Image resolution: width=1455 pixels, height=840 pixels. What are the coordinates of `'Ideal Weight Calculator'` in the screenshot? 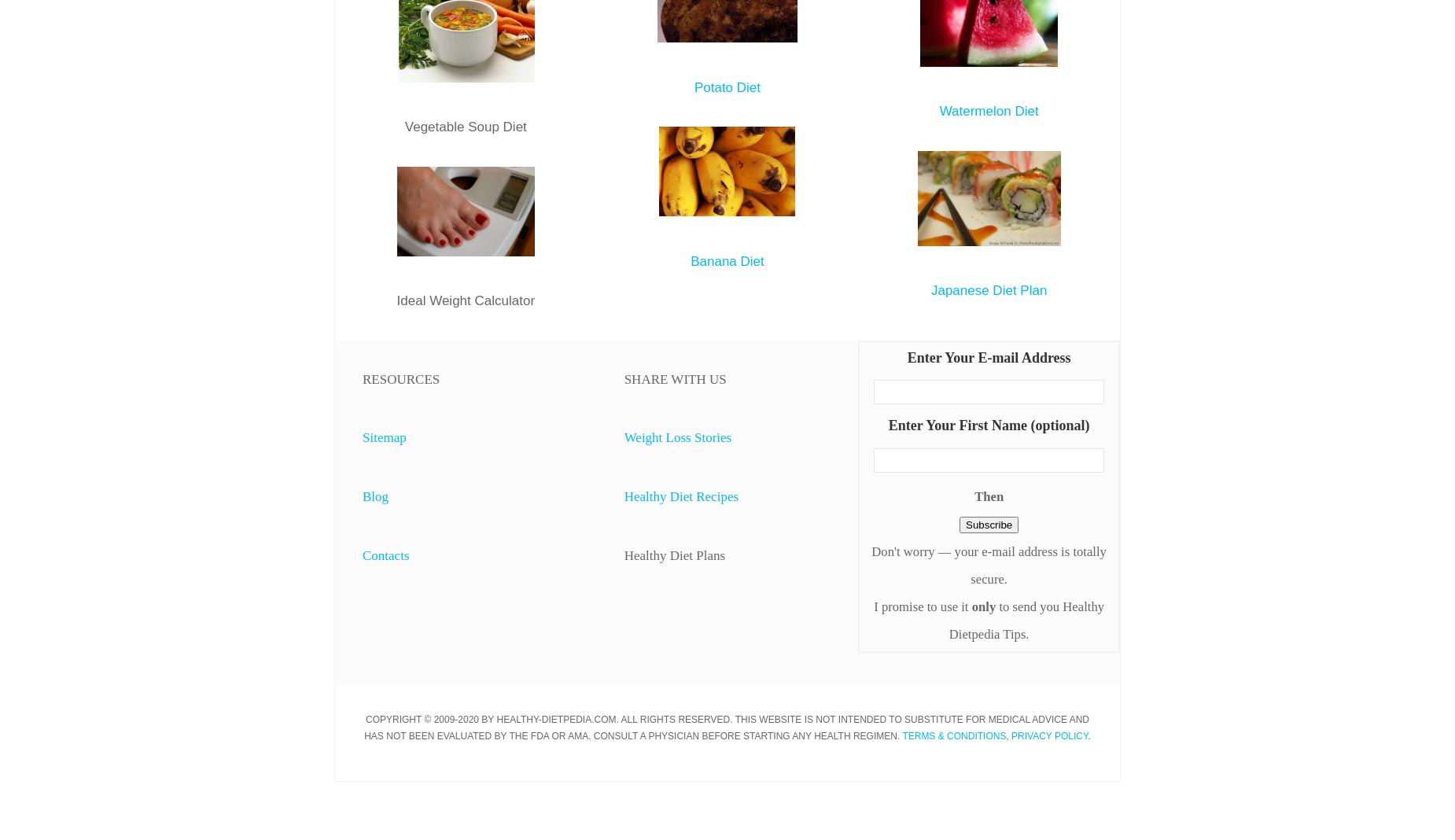 It's located at (466, 299).